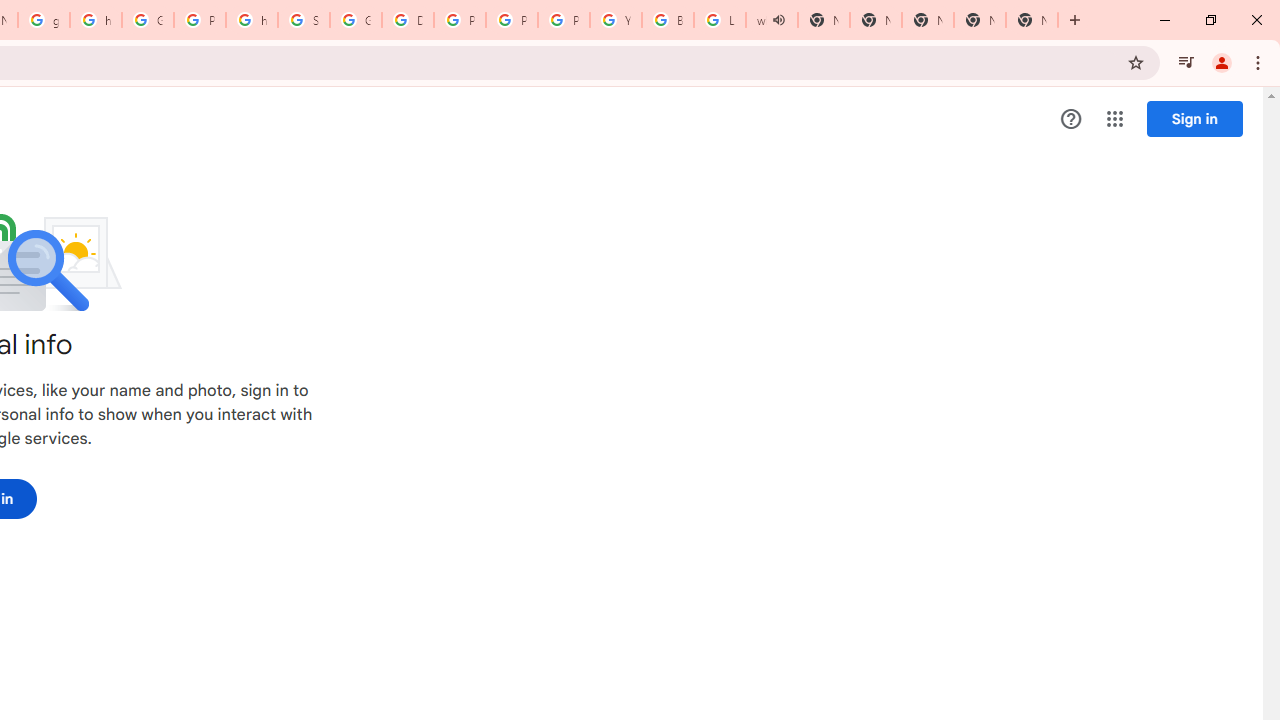 This screenshot has width=1280, height=720. I want to click on 'https://scholar.google.com/', so click(251, 20).